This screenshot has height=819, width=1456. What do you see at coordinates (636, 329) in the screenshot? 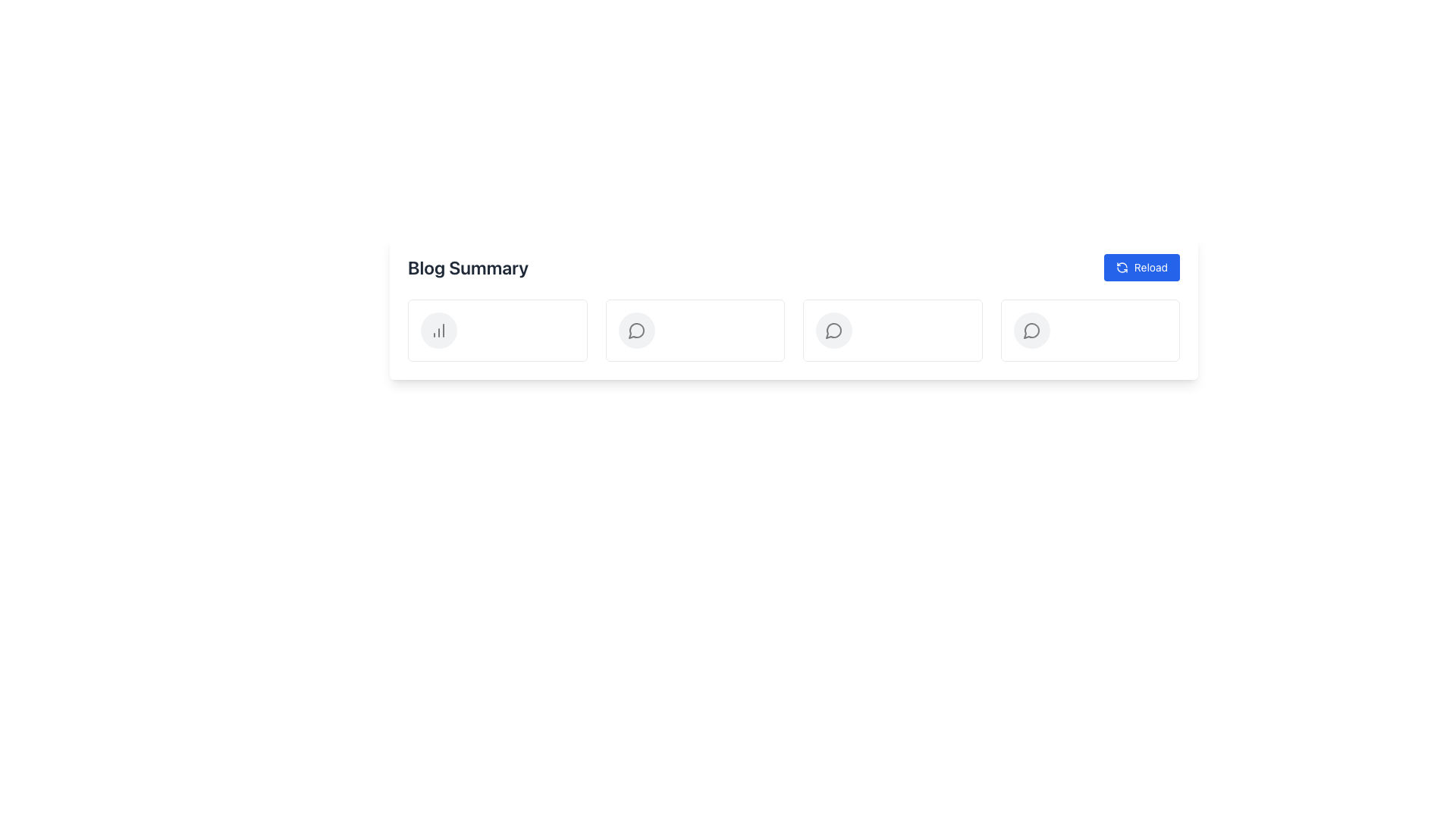
I see `the graphical details of the Icon button that is part of the horizontal group of interactive icons located beneath the 'Blog Summary' heading, specifically the third icon from the left` at bounding box center [636, 329].